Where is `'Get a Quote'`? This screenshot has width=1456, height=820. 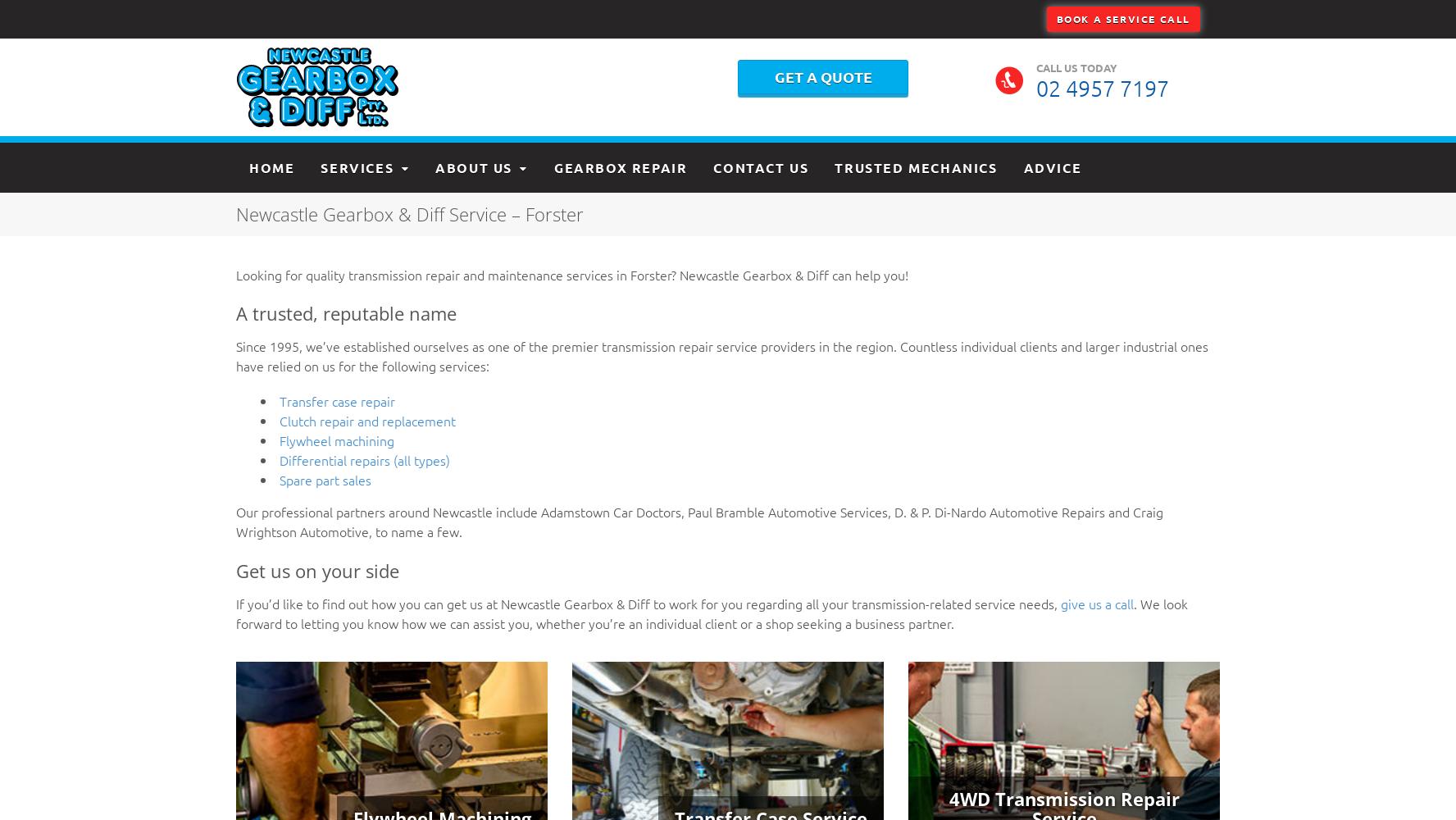 'Get a Quote' is located at coordinates (822, 75).